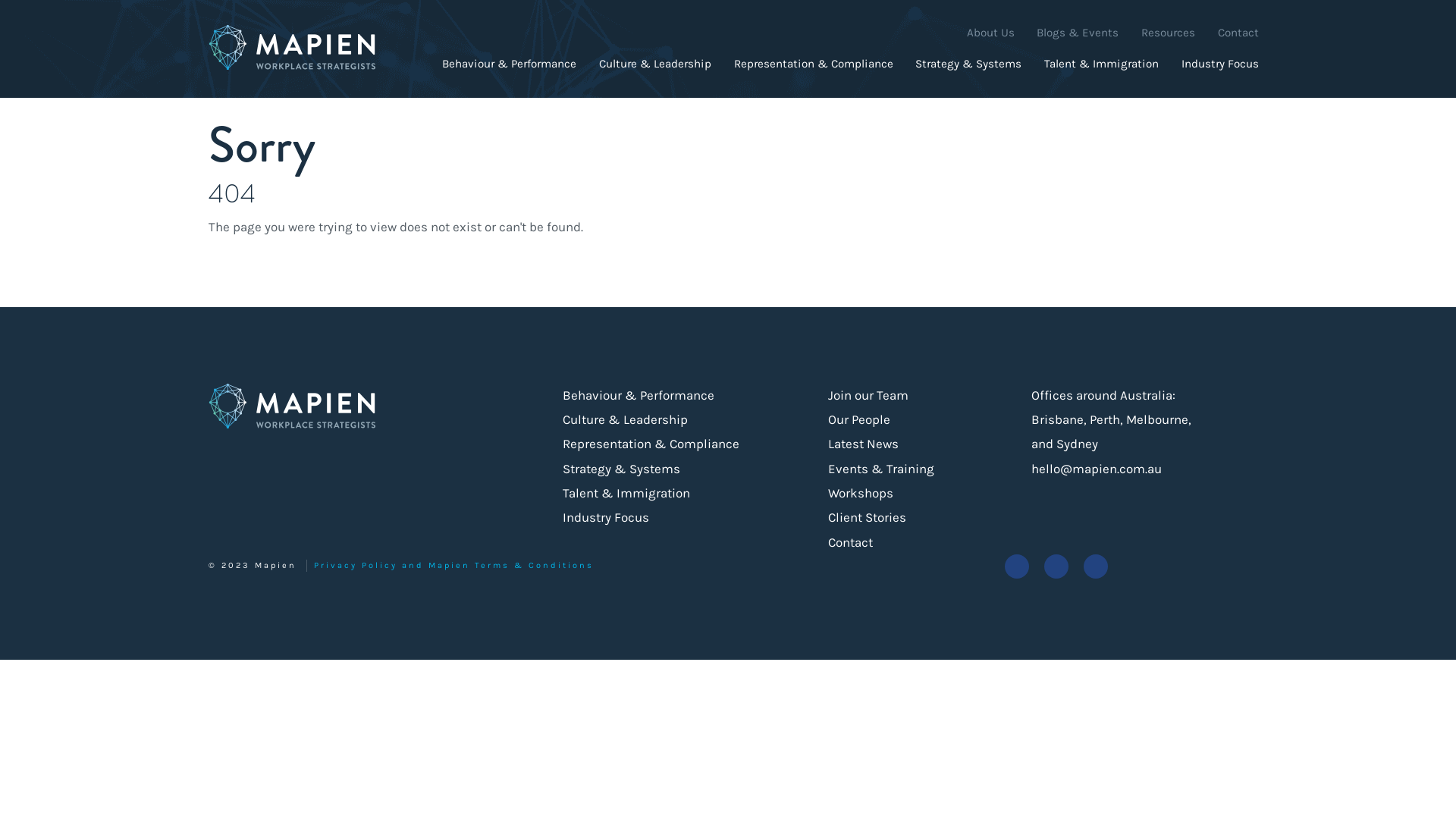 This screenshot has height=819, width=1456. Describe the element at coordinates (1043, 62) in the screenshot. I see `'Talent & Immigration'` at that location.